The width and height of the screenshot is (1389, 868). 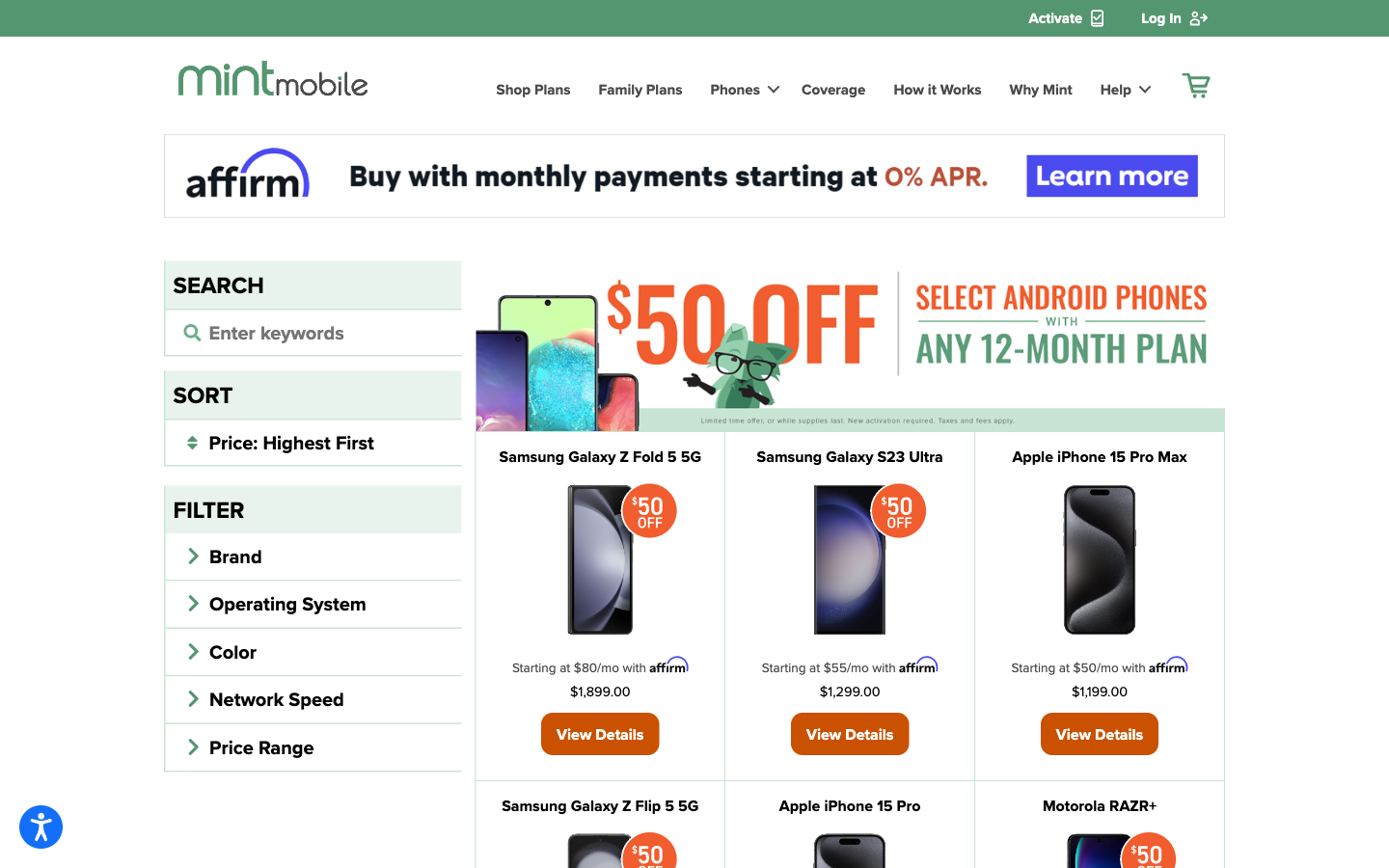 I want to click on Visit the Phones category, so click(x=741, y=88).